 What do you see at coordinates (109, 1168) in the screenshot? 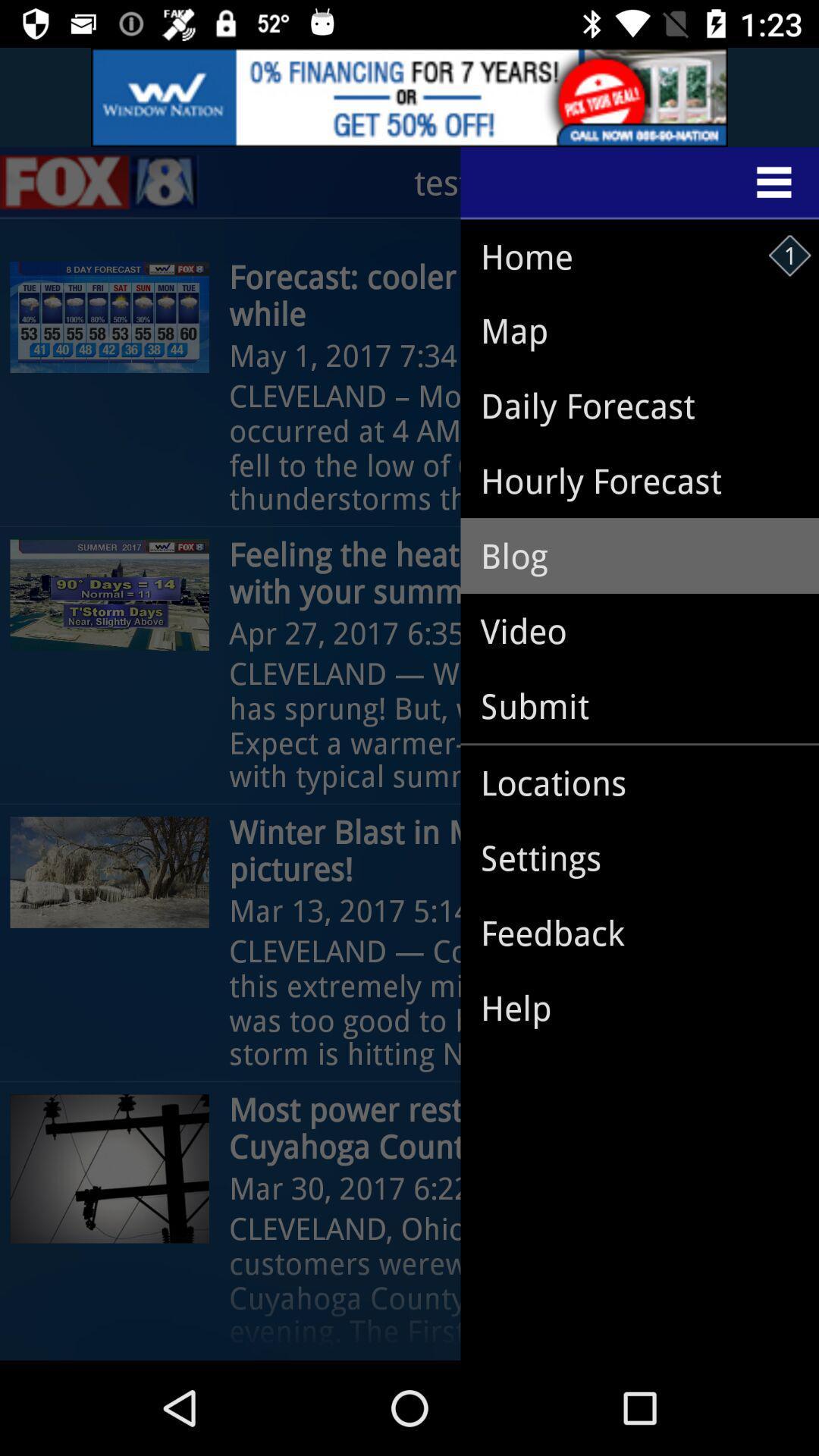
I see `the last image of the page` at bounding box center [109, 1168].